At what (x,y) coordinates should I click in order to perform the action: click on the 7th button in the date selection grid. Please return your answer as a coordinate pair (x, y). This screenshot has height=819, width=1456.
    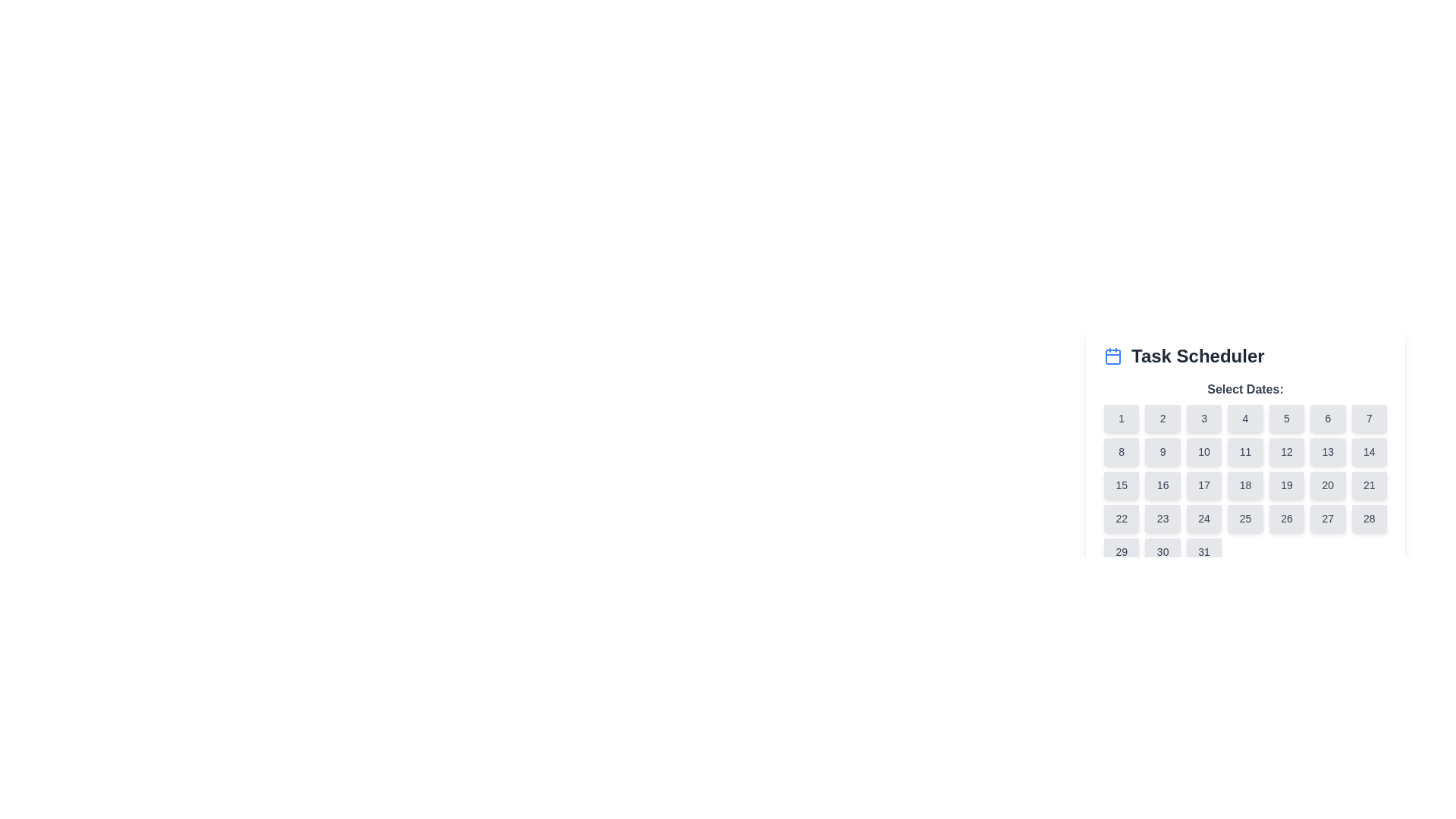
    Looking at the image, I should click on (1369, 418).